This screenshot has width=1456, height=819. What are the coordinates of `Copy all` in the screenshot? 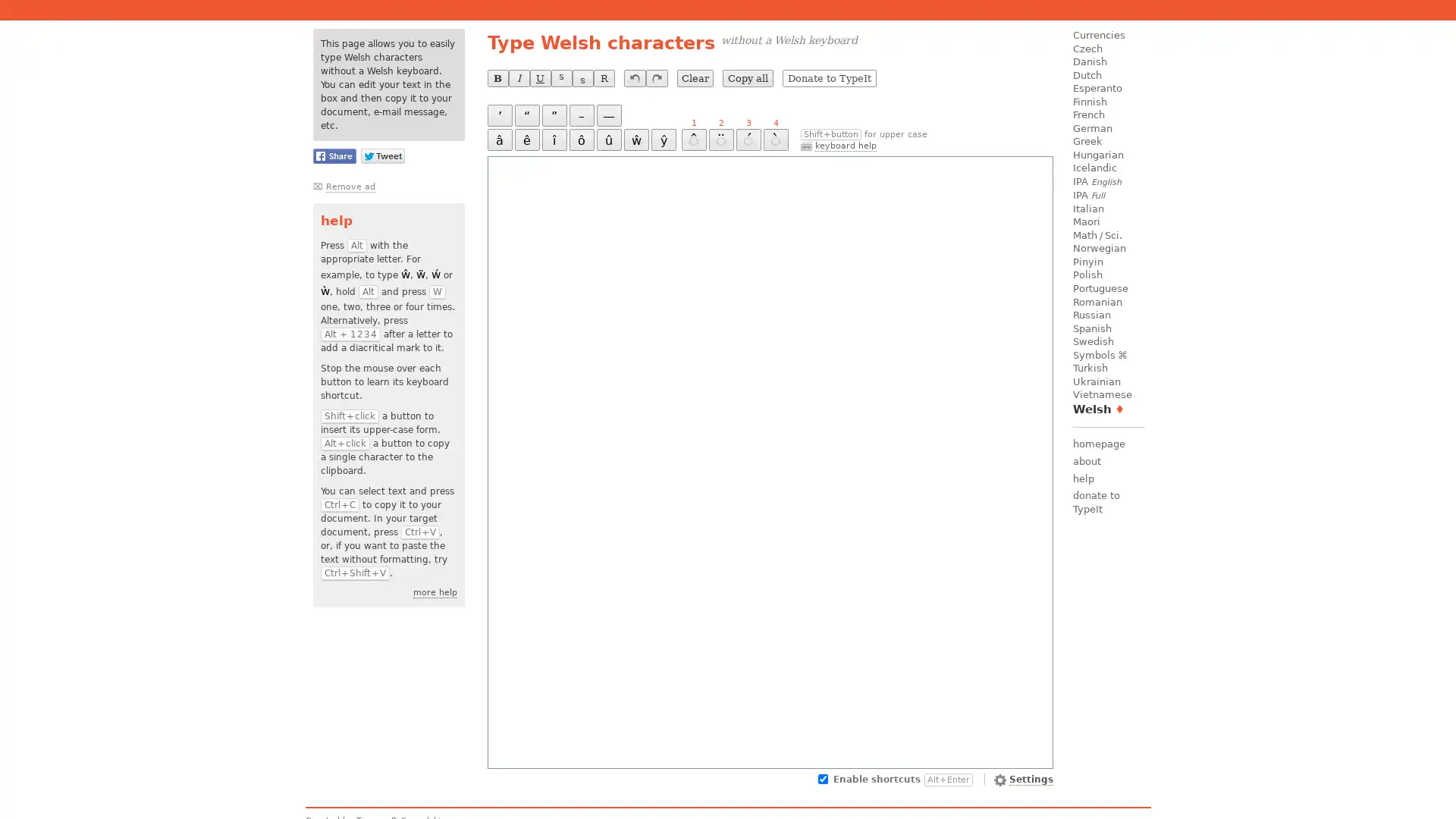 It's located at (747, 78).